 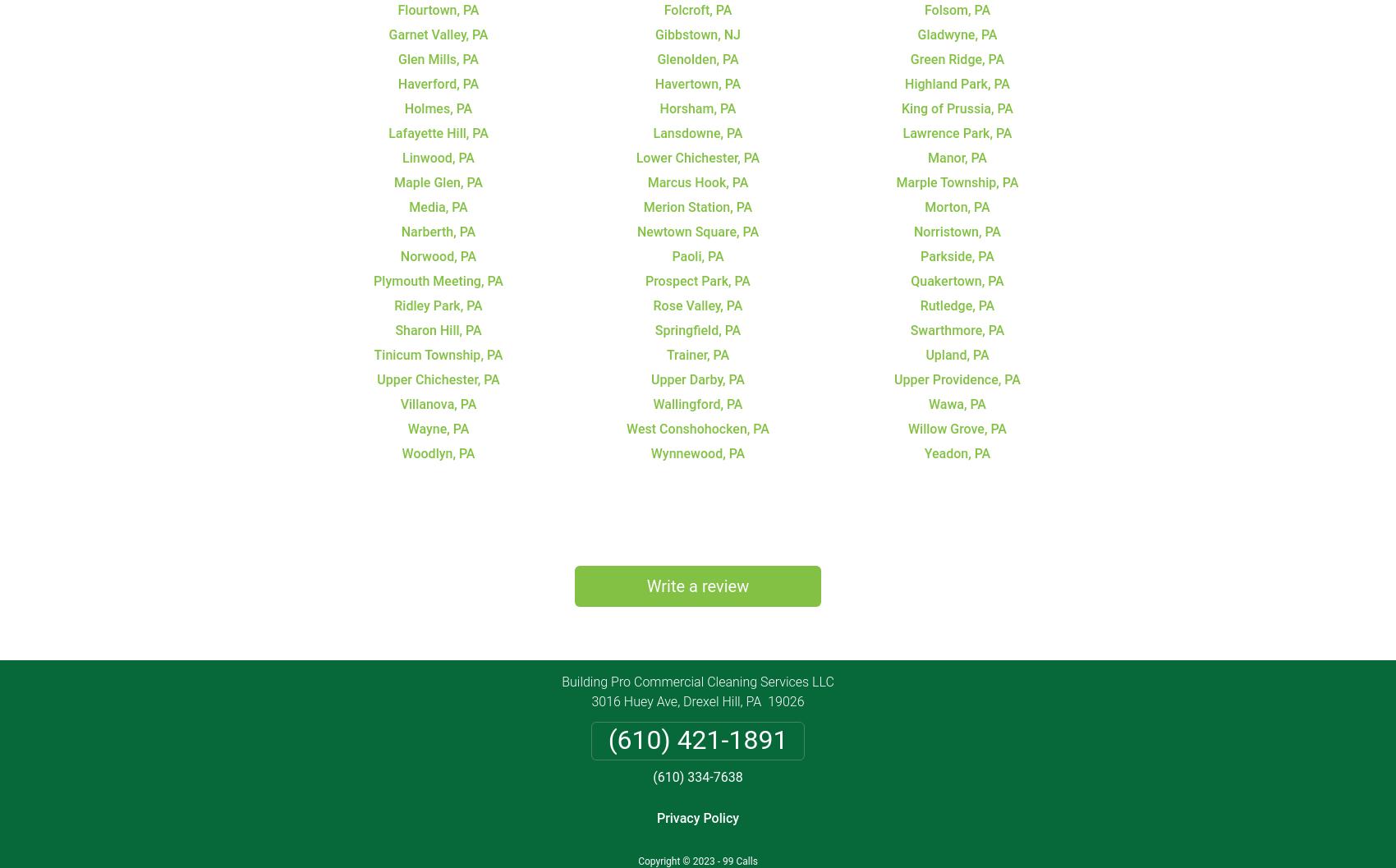 What do you see at coordinates (696, 816) in the screenshot?
I see `'Privacy Policy'` at bounding box center [696, 816].